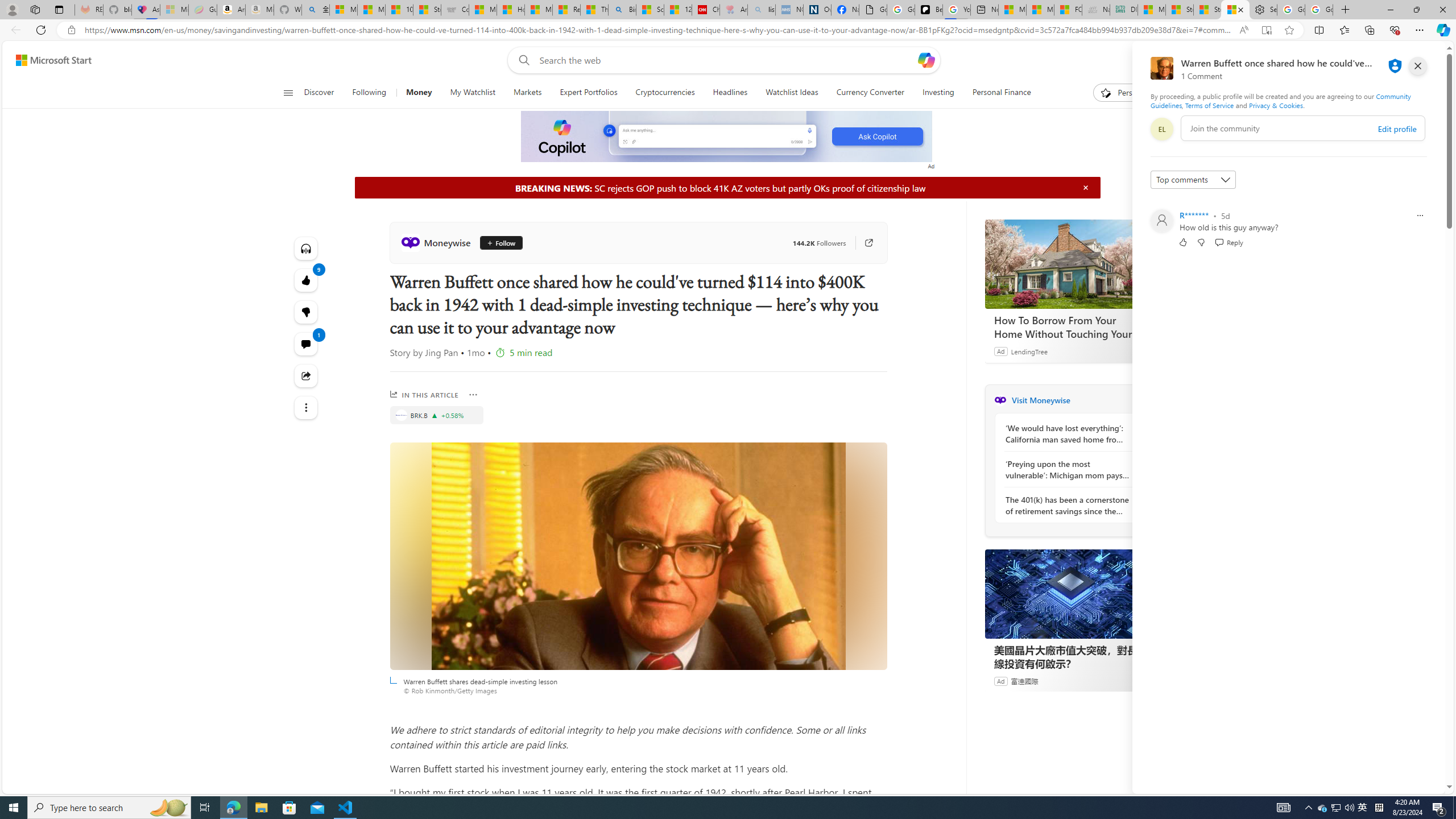 Image resolution: width=1456 pixels, height=819 pixels. I want to click on 'Price increase', so click(434, 414).